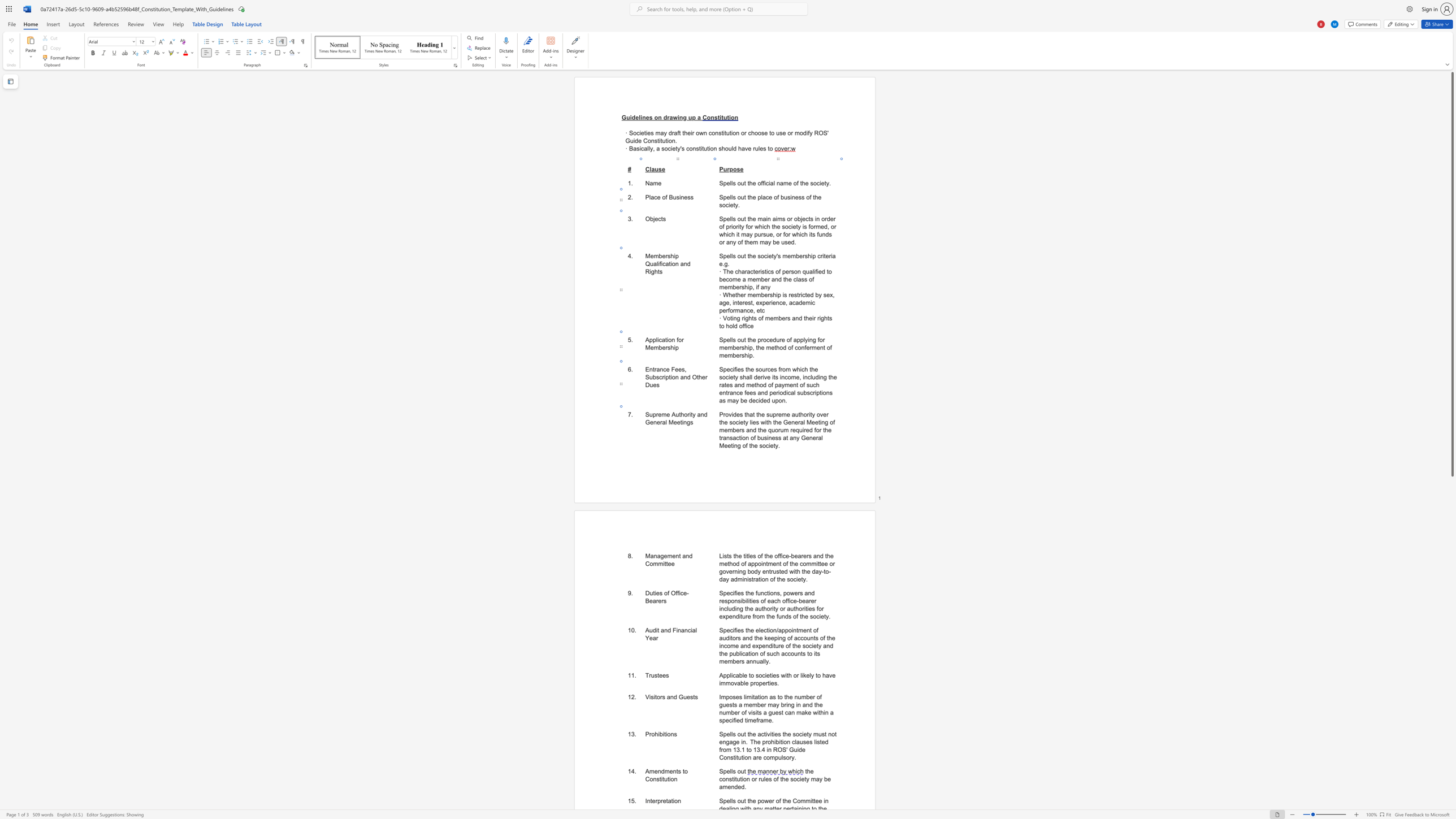 The height and width of the screenshot is (819, 1456). I want to click on the 1th character "h" in the text, so click(682, 414).